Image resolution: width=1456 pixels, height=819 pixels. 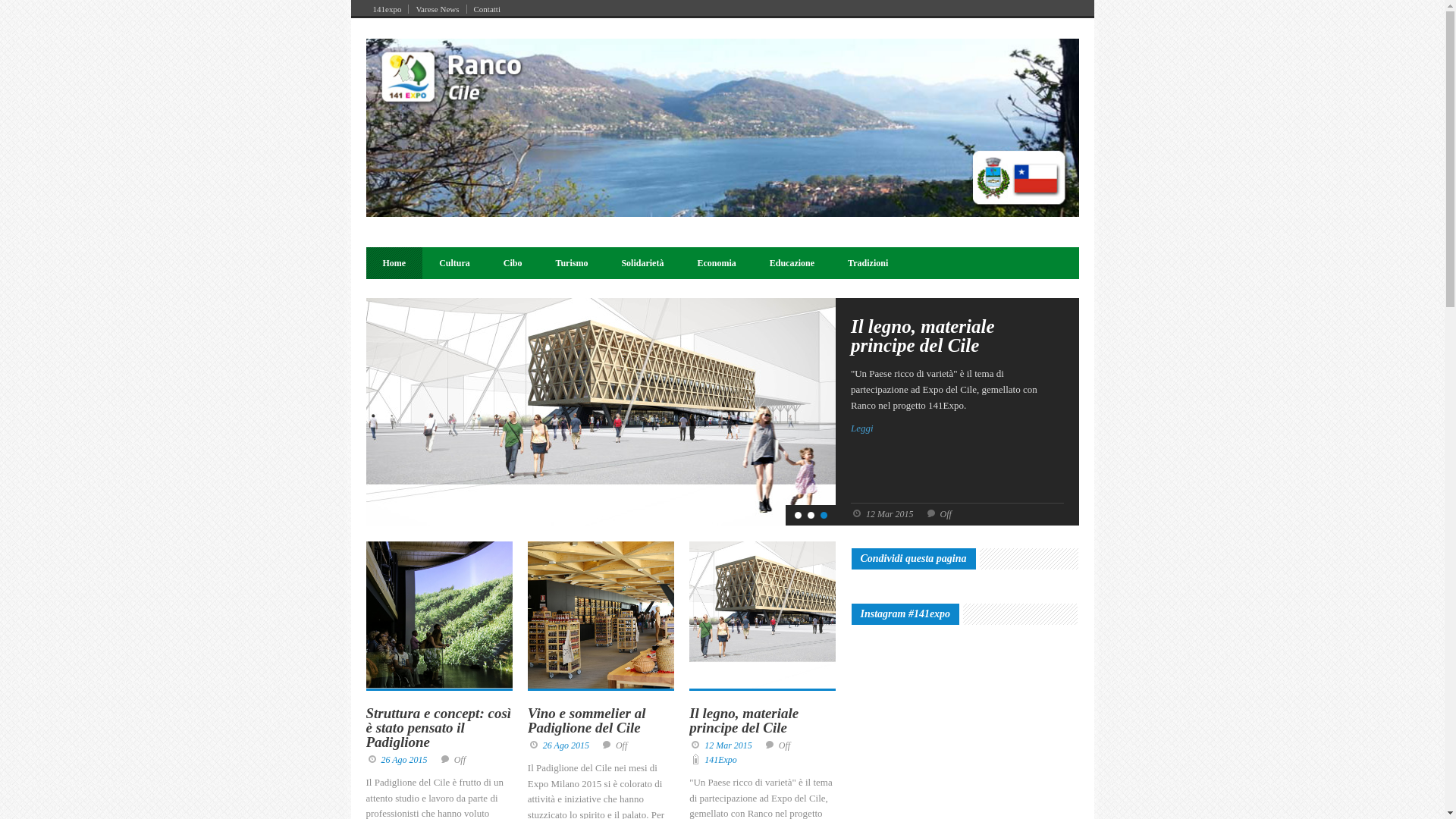 What do you see at coordinates (890, 513) in the screenshot?
I see `'12 Mar 2015'` at bounding box center [890, 513].